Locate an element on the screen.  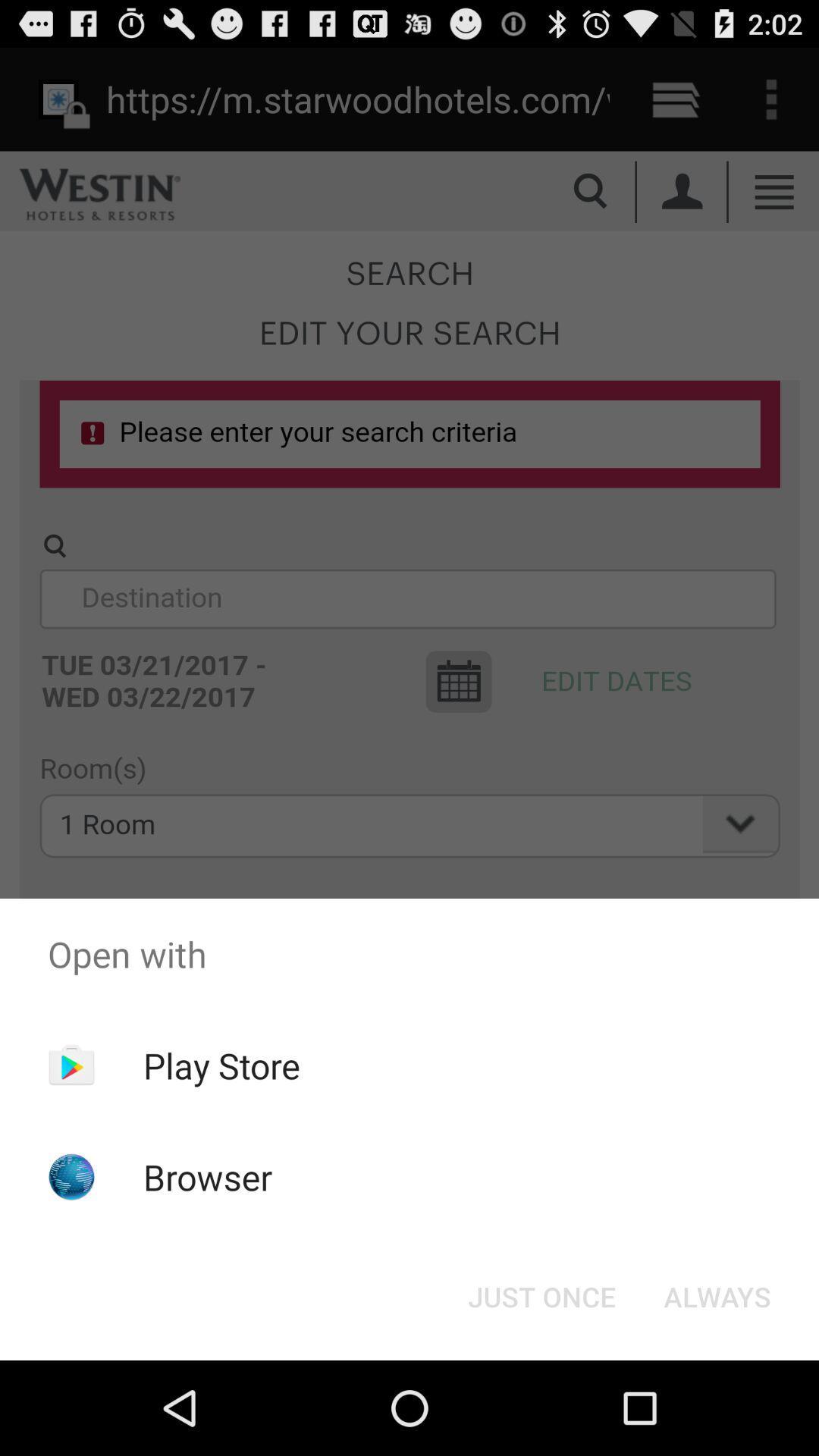
browser app is located at coordinates (208, 1176).